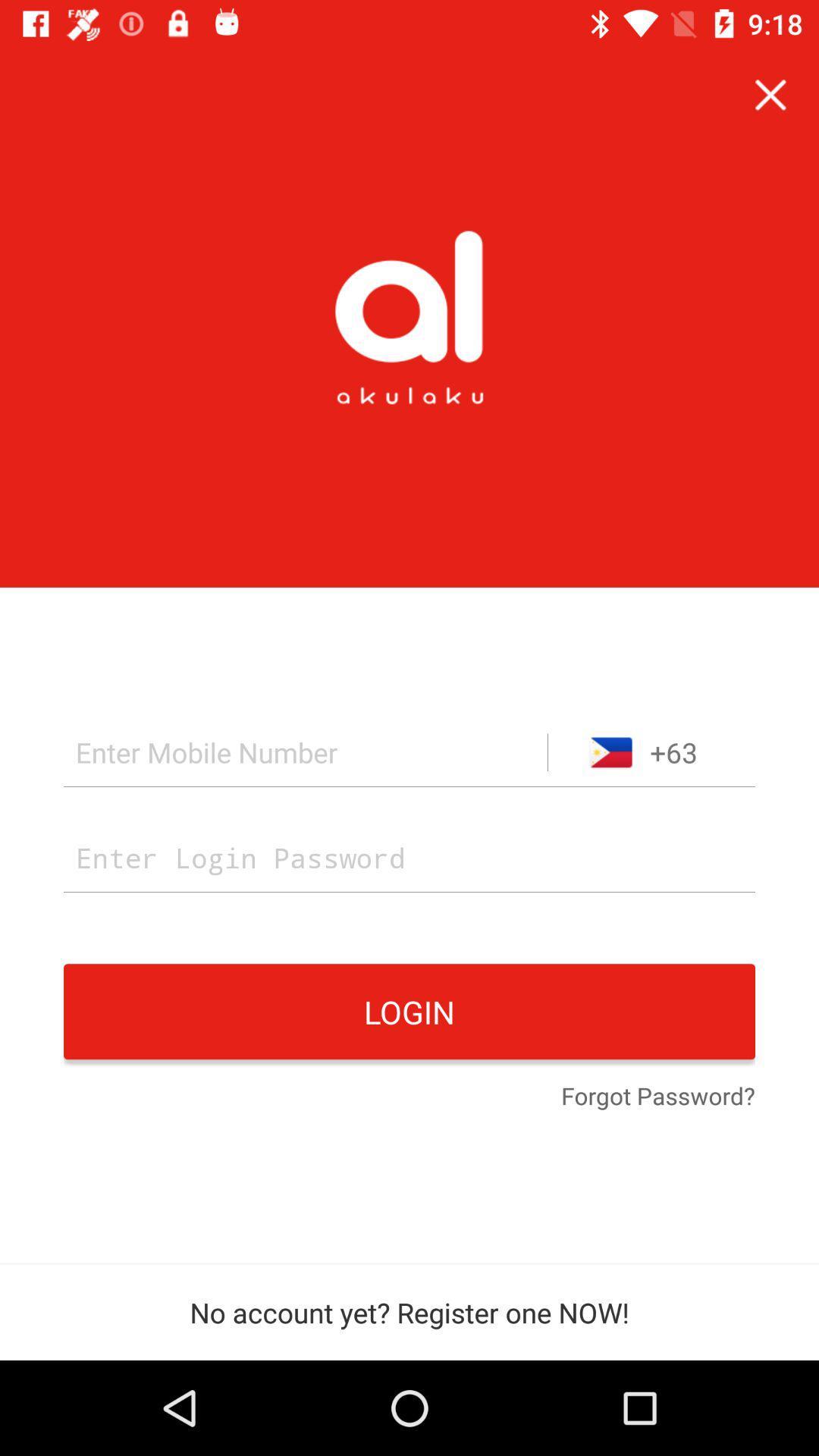 The image size is (819, 1456). Describe the element at coordinates (771, 94) in the screenshot. I see `the close icon` at that location.